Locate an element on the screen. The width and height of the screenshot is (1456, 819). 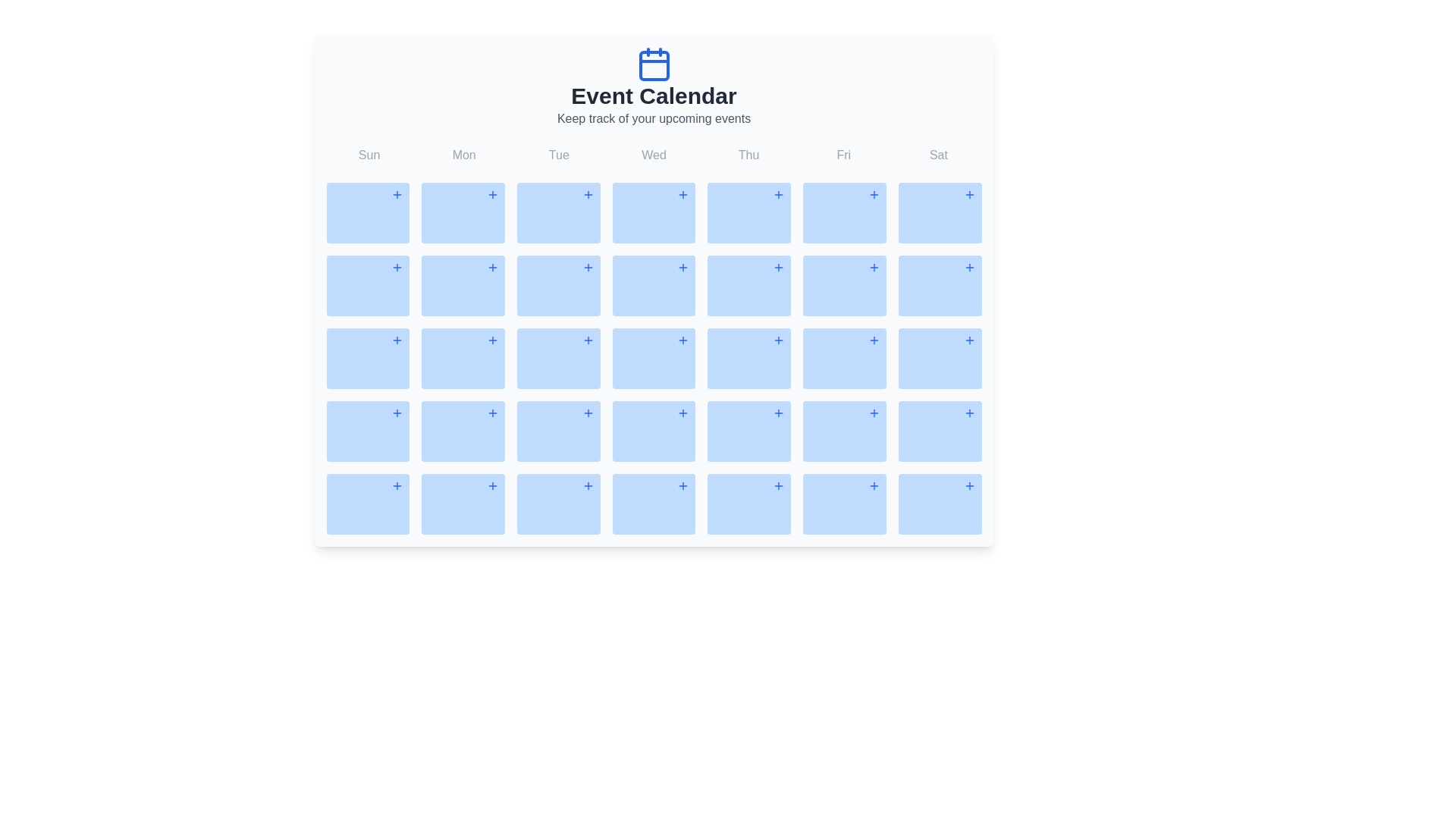
the static text label denoting 'Mon' in the second position from the left in the row of weekday labels at the top of the calendar grid is located at coordinates (463, 155).